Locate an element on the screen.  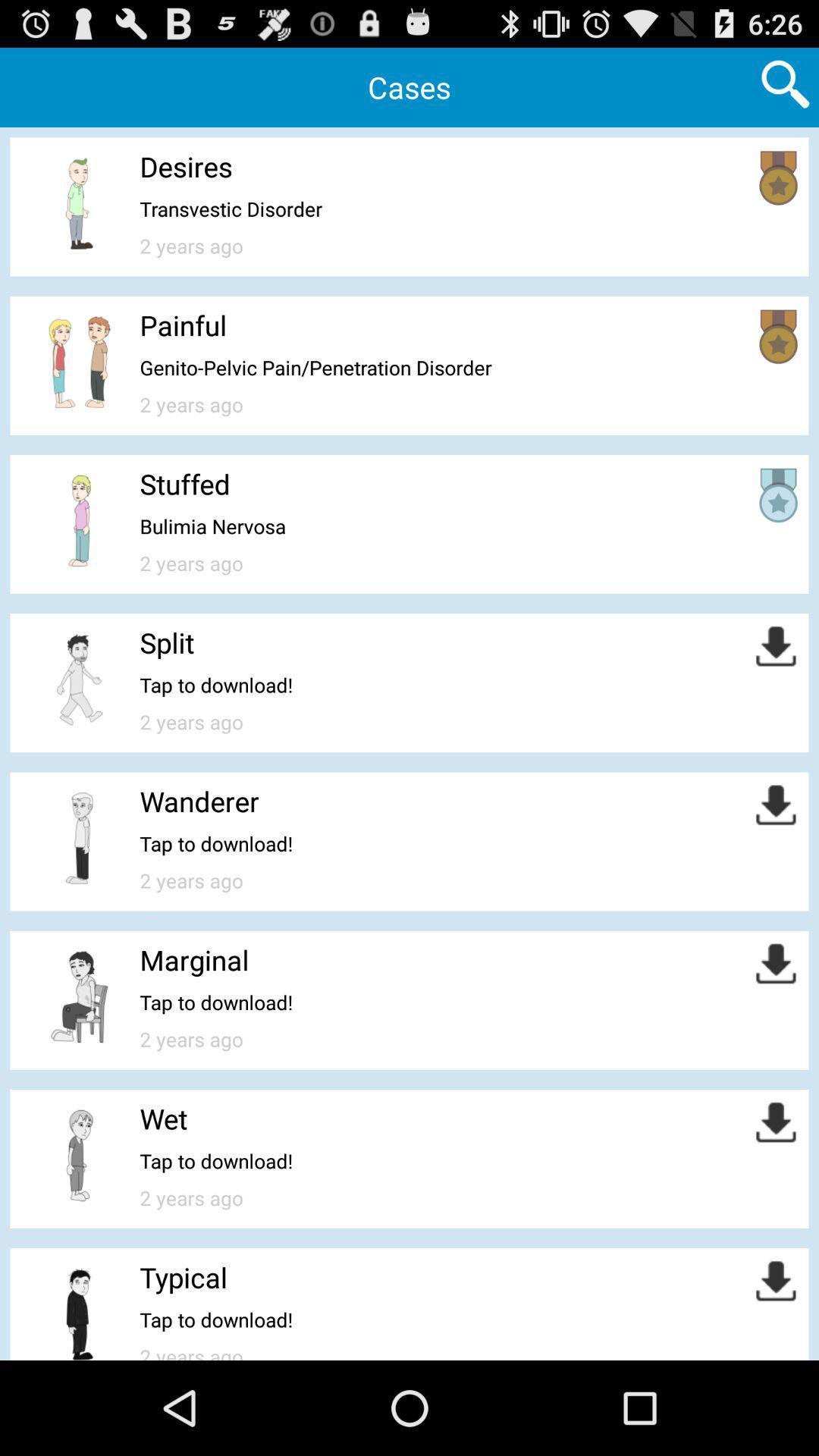
icon above the tap to download! app is located at coordinates (164, 1119).